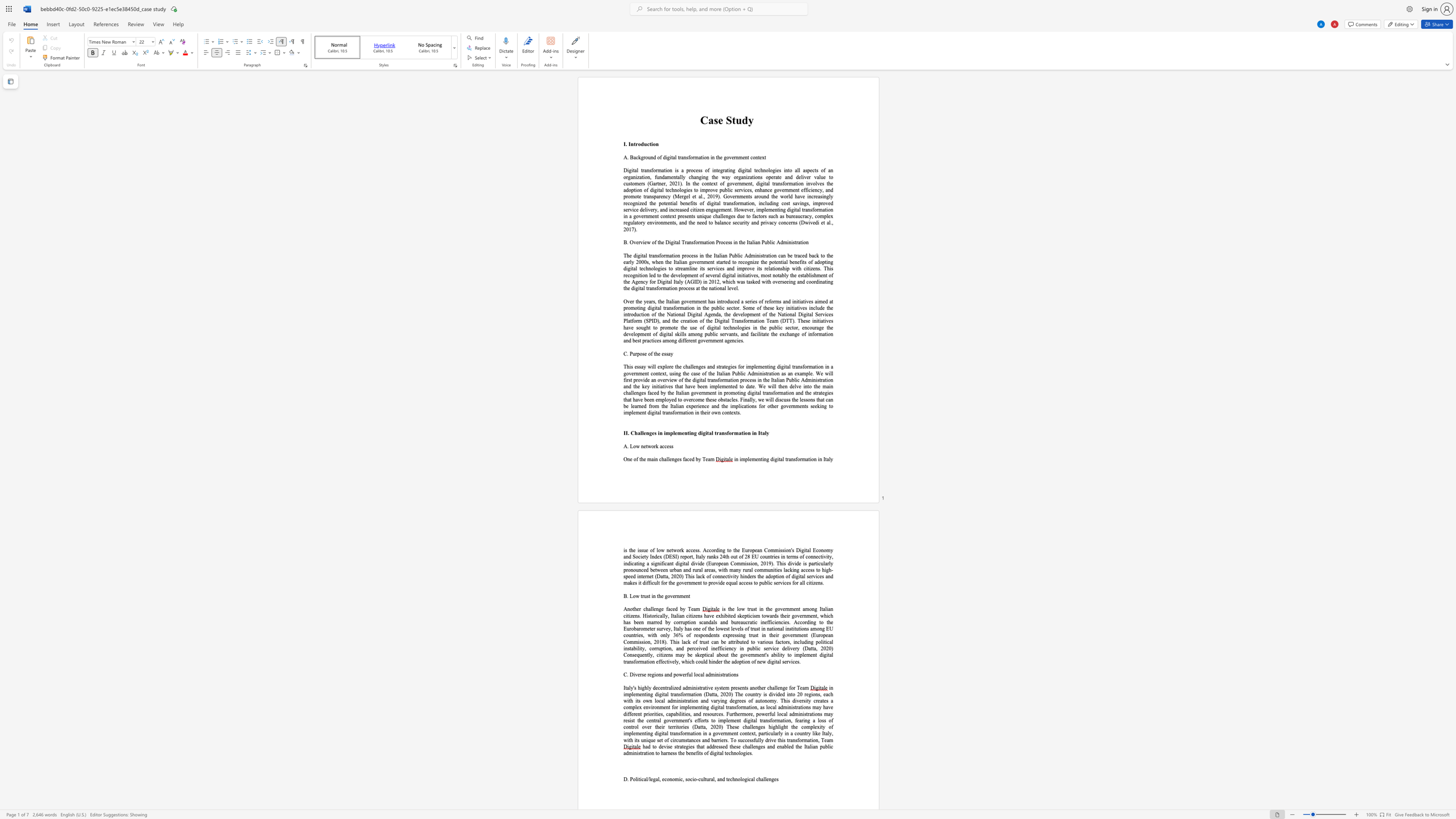 Image resolution: width=1456 pixels, height=819 pixels. What do you see at coordinates (643, 459) in the screenshot?
I see `the subset text "e main cha" within the text "One of the main challenges faced by Team"` at bounding box center [643, 459].